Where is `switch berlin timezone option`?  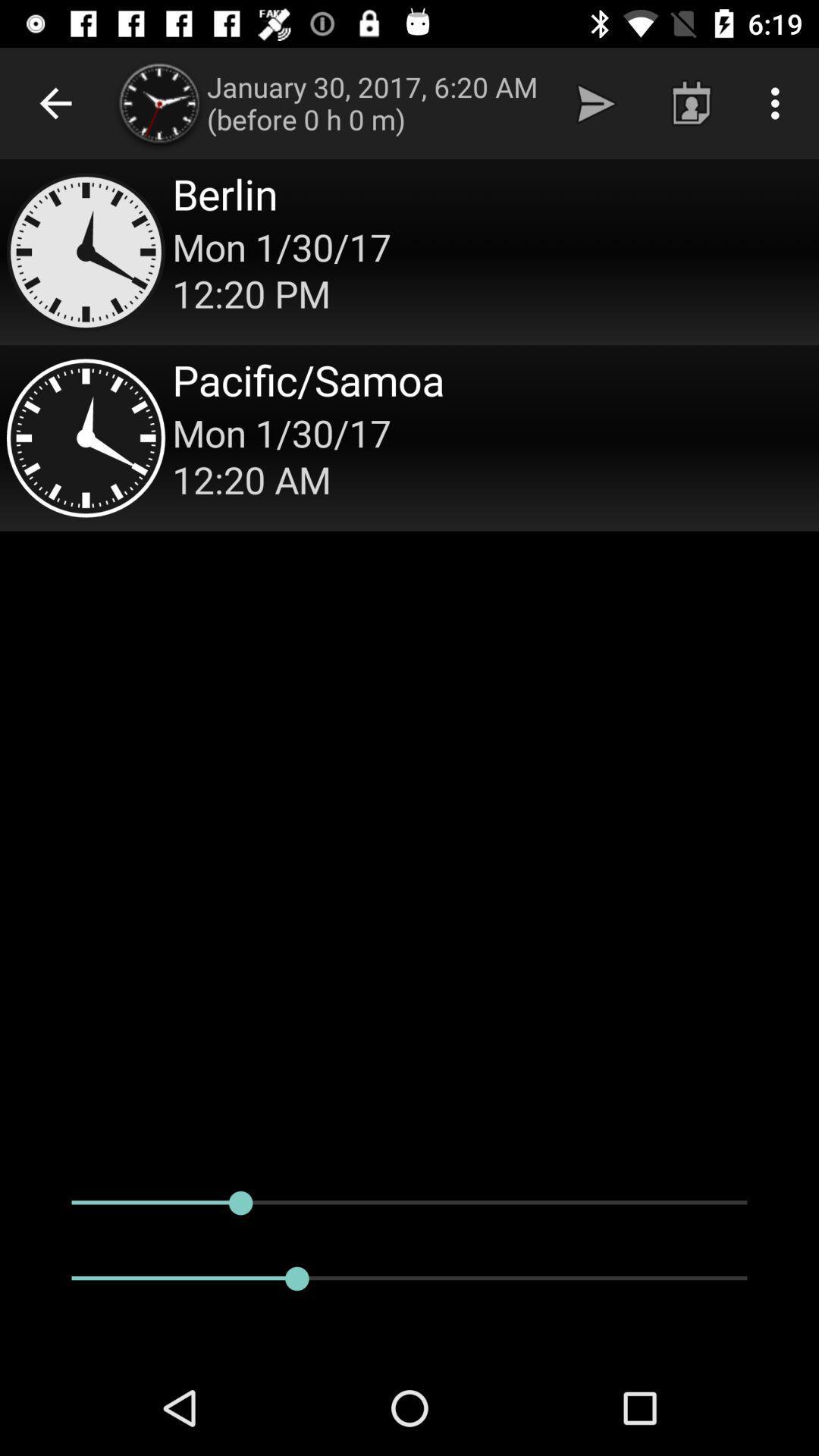 switch berlin timezone option is located at coordinates (409, 252).